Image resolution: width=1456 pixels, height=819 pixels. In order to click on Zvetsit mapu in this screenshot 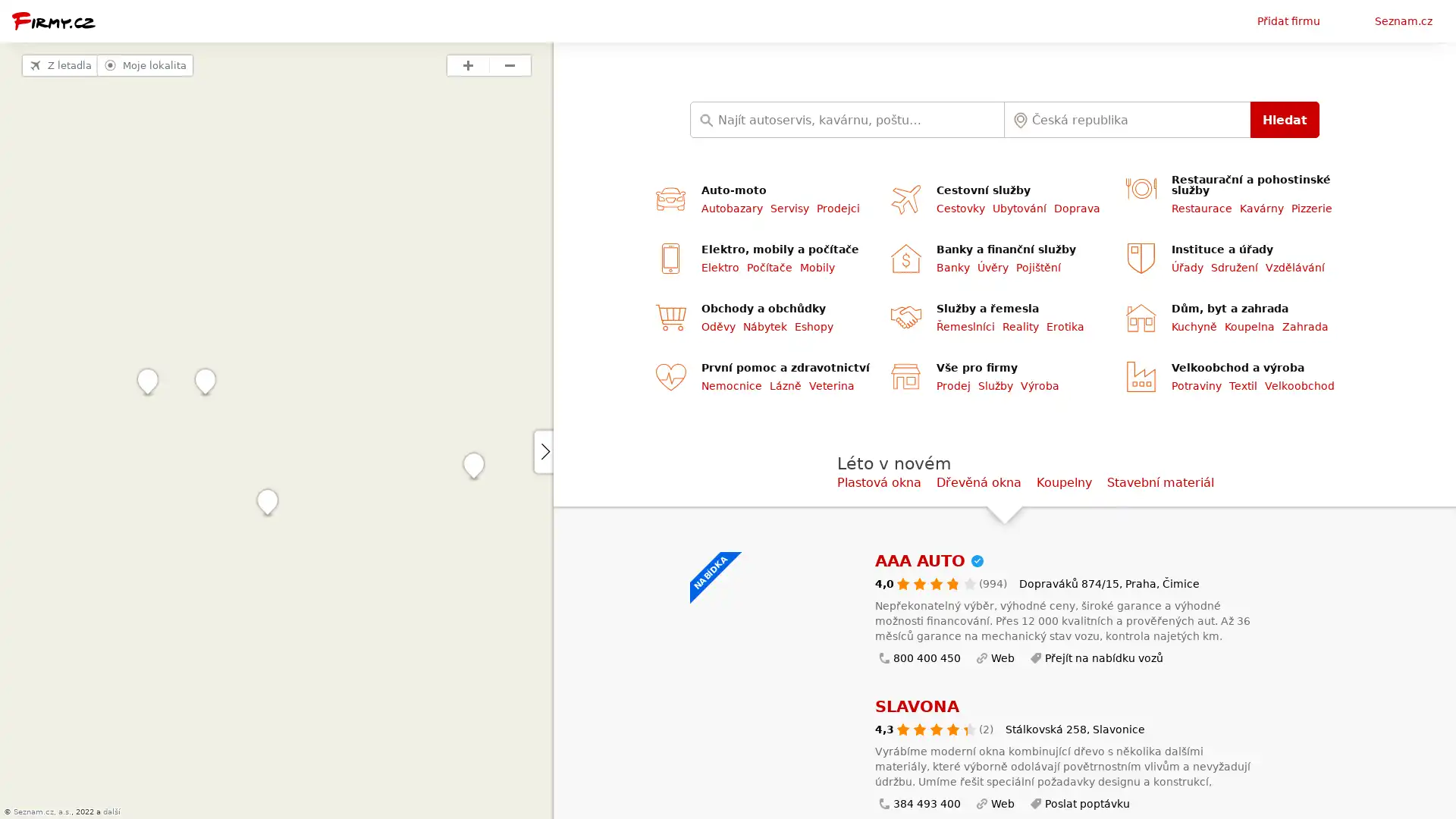, I will do `click(545, 451)`.